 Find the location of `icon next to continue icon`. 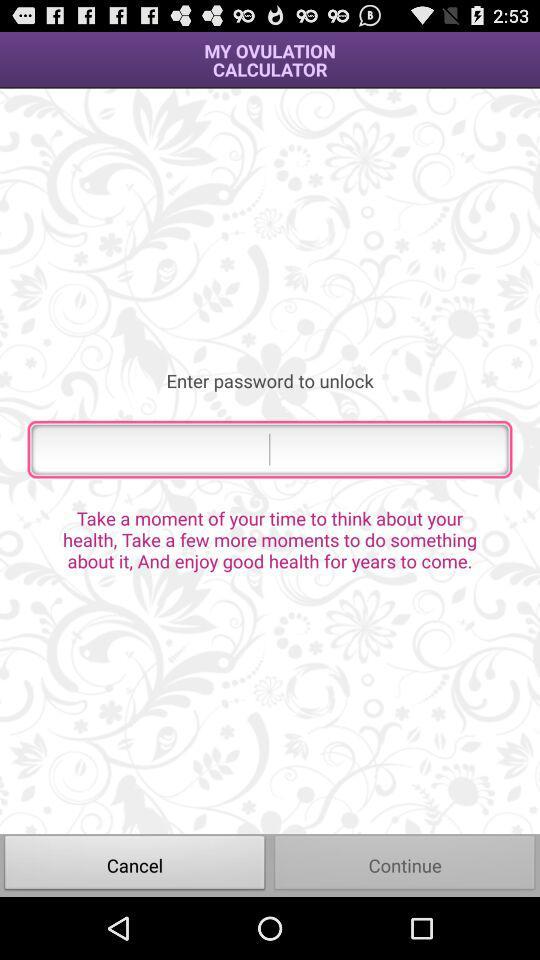

icon next to continue icon is located at coordinates (135, 864).